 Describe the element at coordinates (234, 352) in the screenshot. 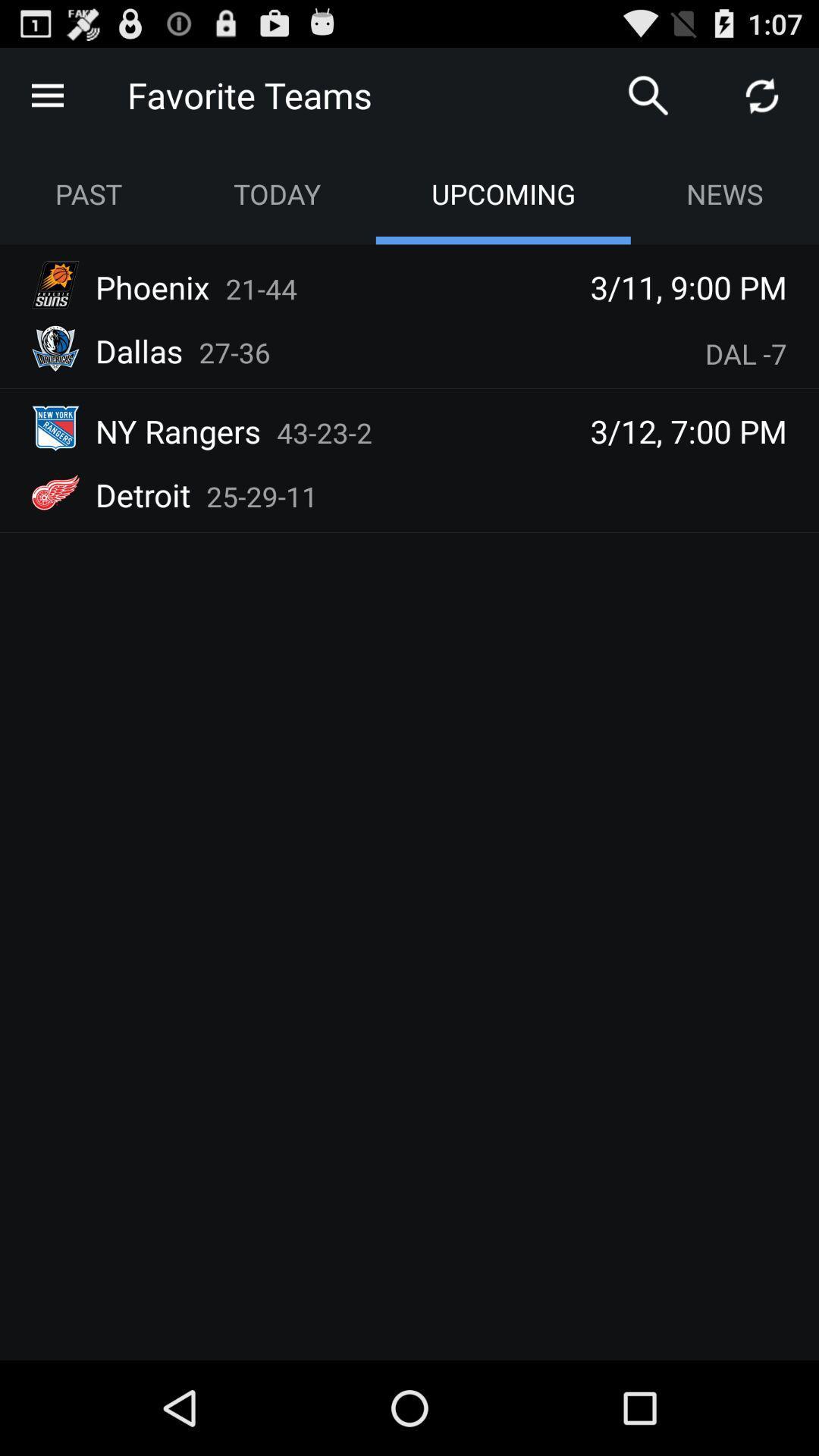

I see `27-36 app` at that location.